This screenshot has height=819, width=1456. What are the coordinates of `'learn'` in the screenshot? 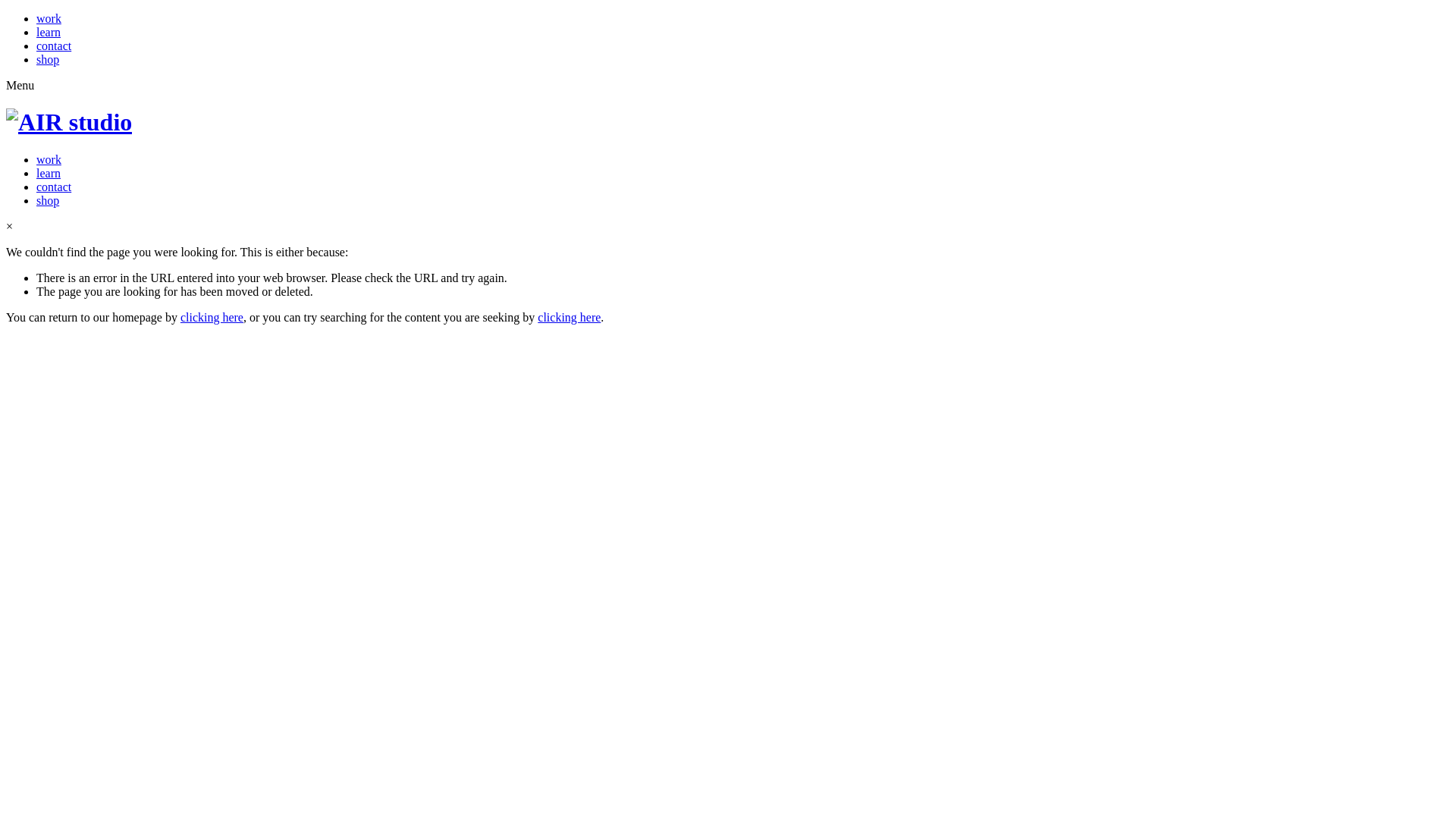 It's located at (48, 32).